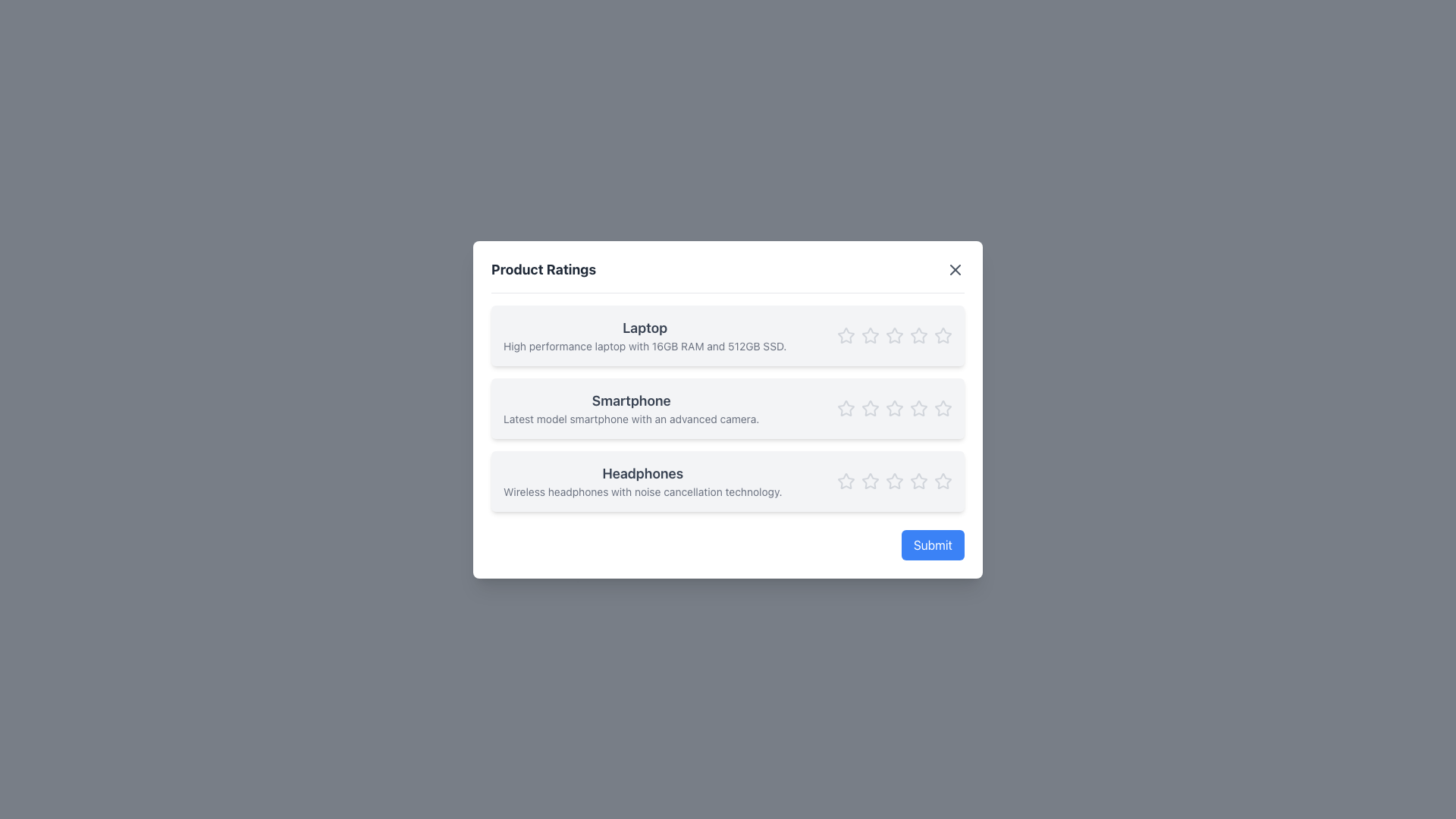 The image size is (1456, 819). What do you see at coordinates (918, 334) in the screenshot?
I see `the fifth star-shaped icon in the rating section for the 'Laptop' product to rate it` at bounding box center [918, 334].